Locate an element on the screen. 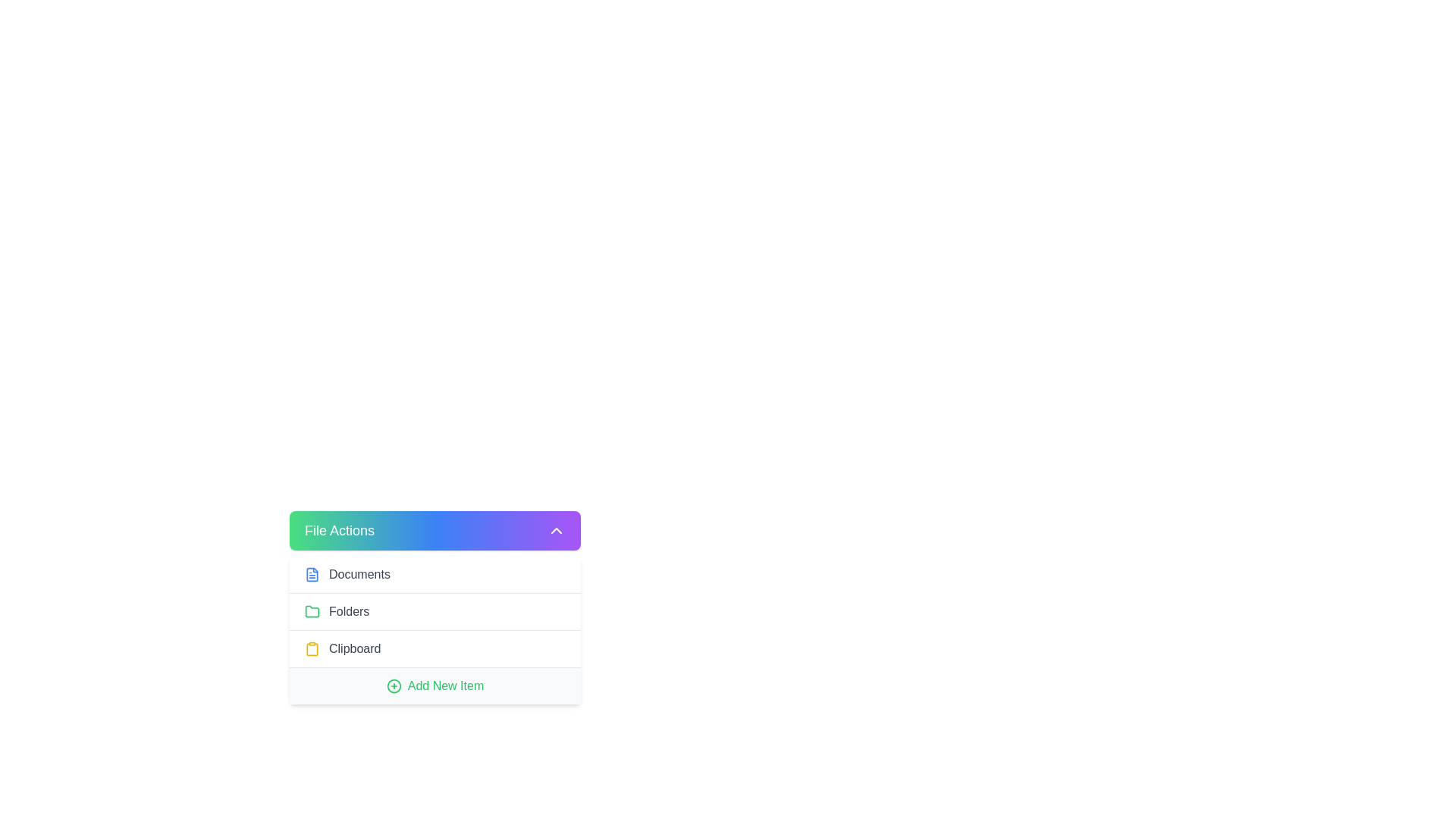 The image size is (1456, 819). the text label reading 'Documents' which is located next to the document icon in the 'File Actions' panel is located at coordinates (359, 575).